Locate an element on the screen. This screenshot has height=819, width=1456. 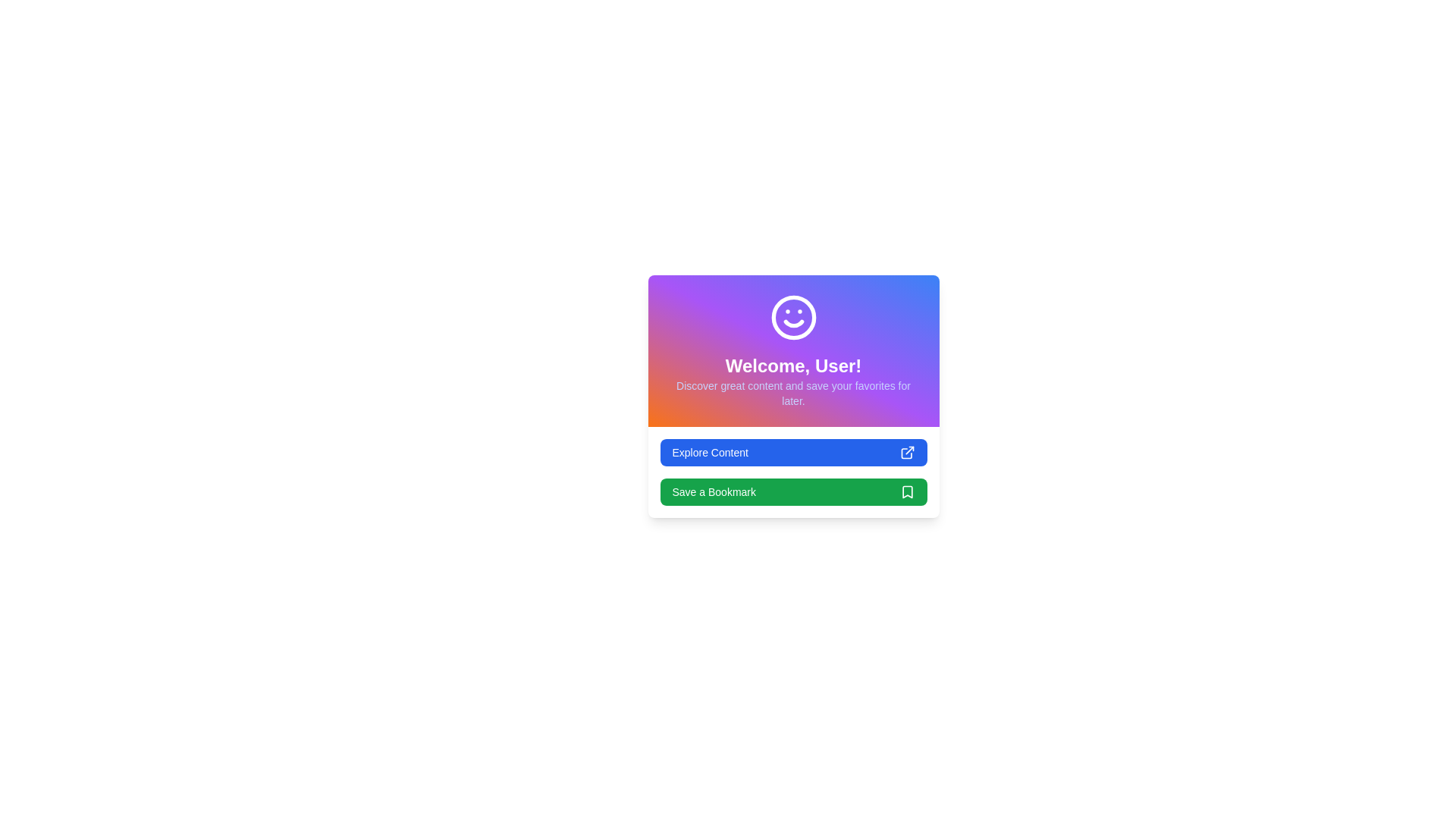
the informational text located directly below the title text 'Welcome, User!' within the card-like section, which is the second textual element in the vertical sequence is located at coordinates (792, 393).